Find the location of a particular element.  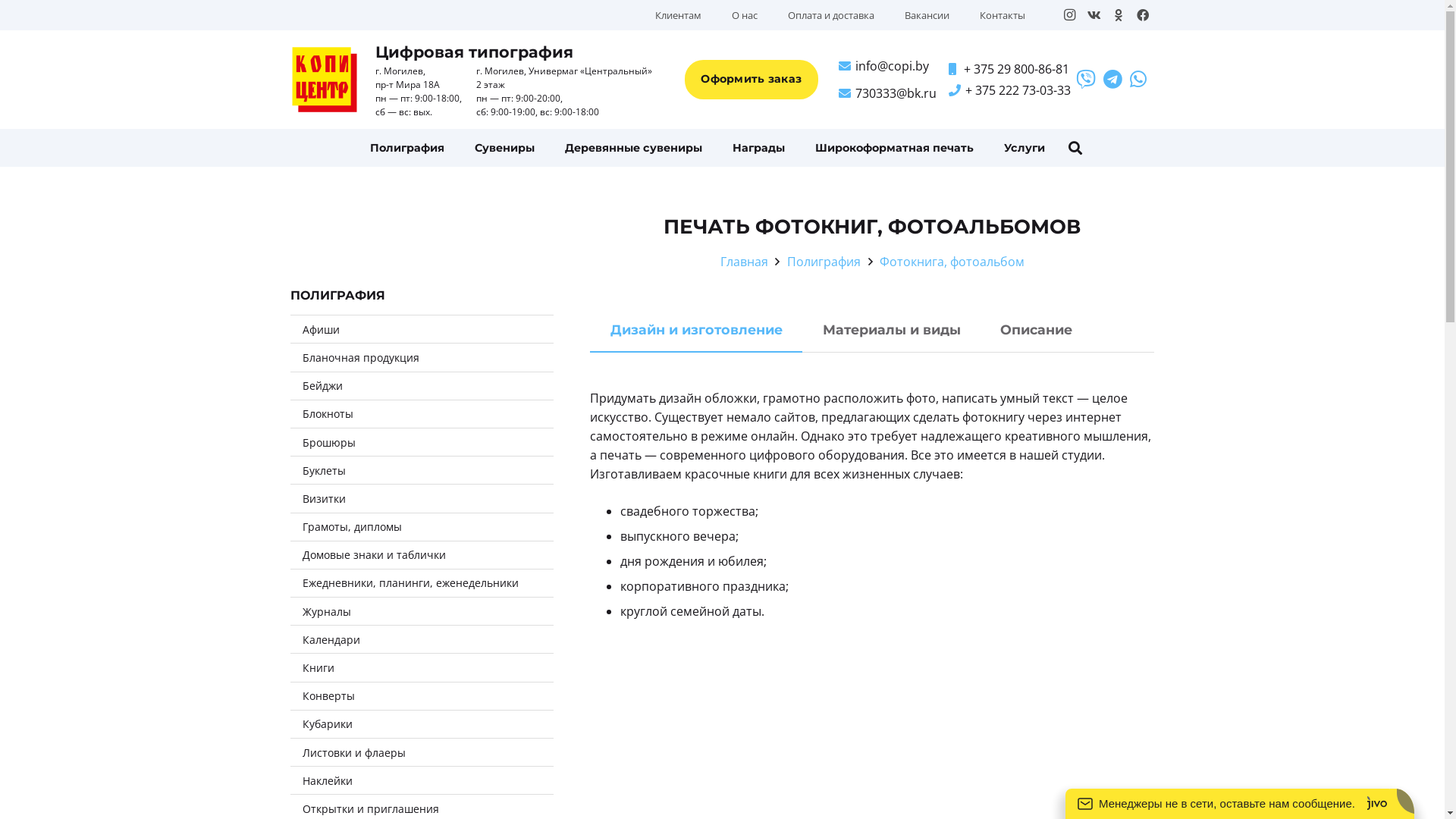

'Odnoklassniki' is located at coordinates (1117, 14).